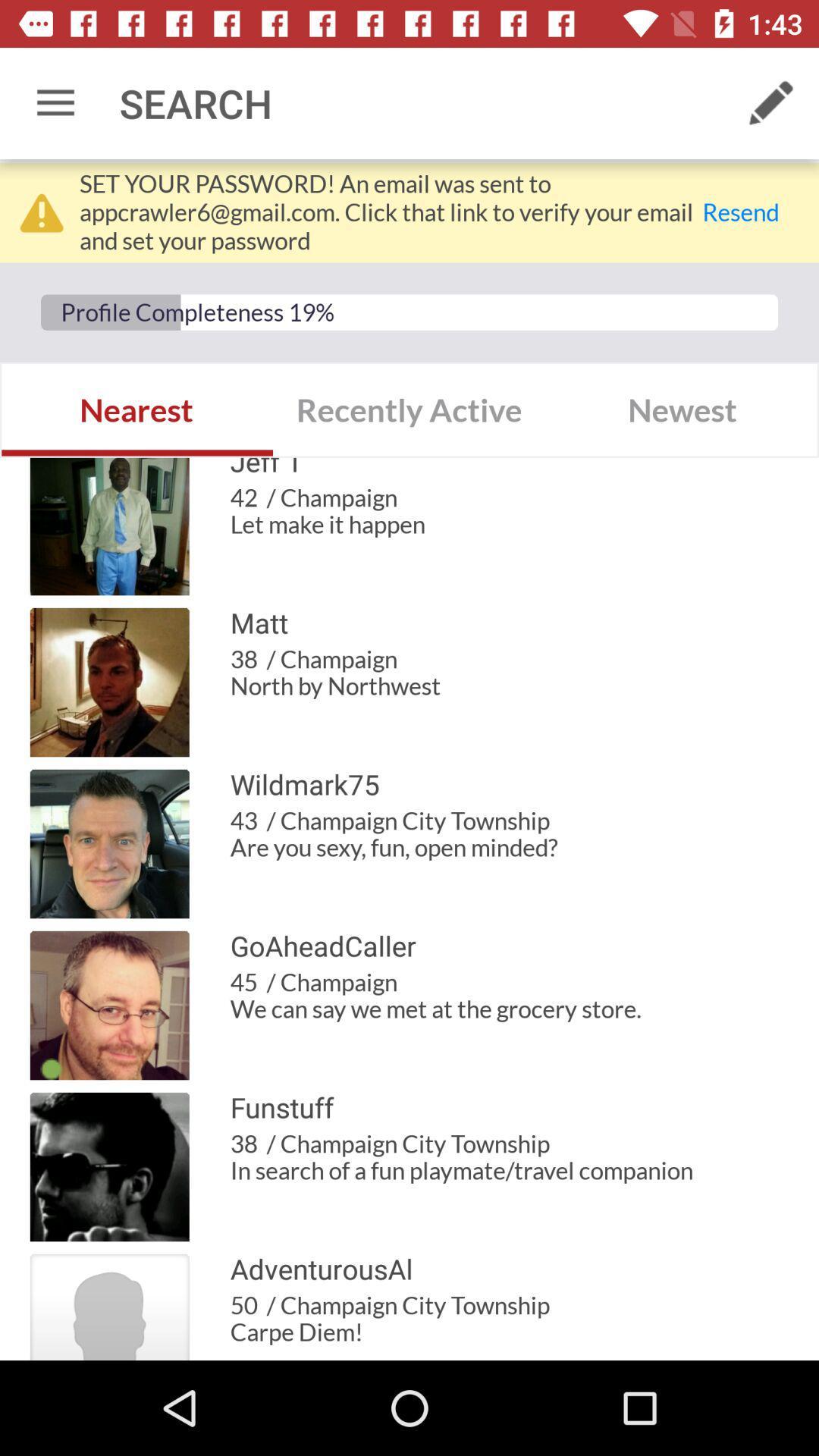 Image resolution: width=819 pixels, height=1456 pixels. I want to click on the logo beside adventurousai, so click(109, 1306).